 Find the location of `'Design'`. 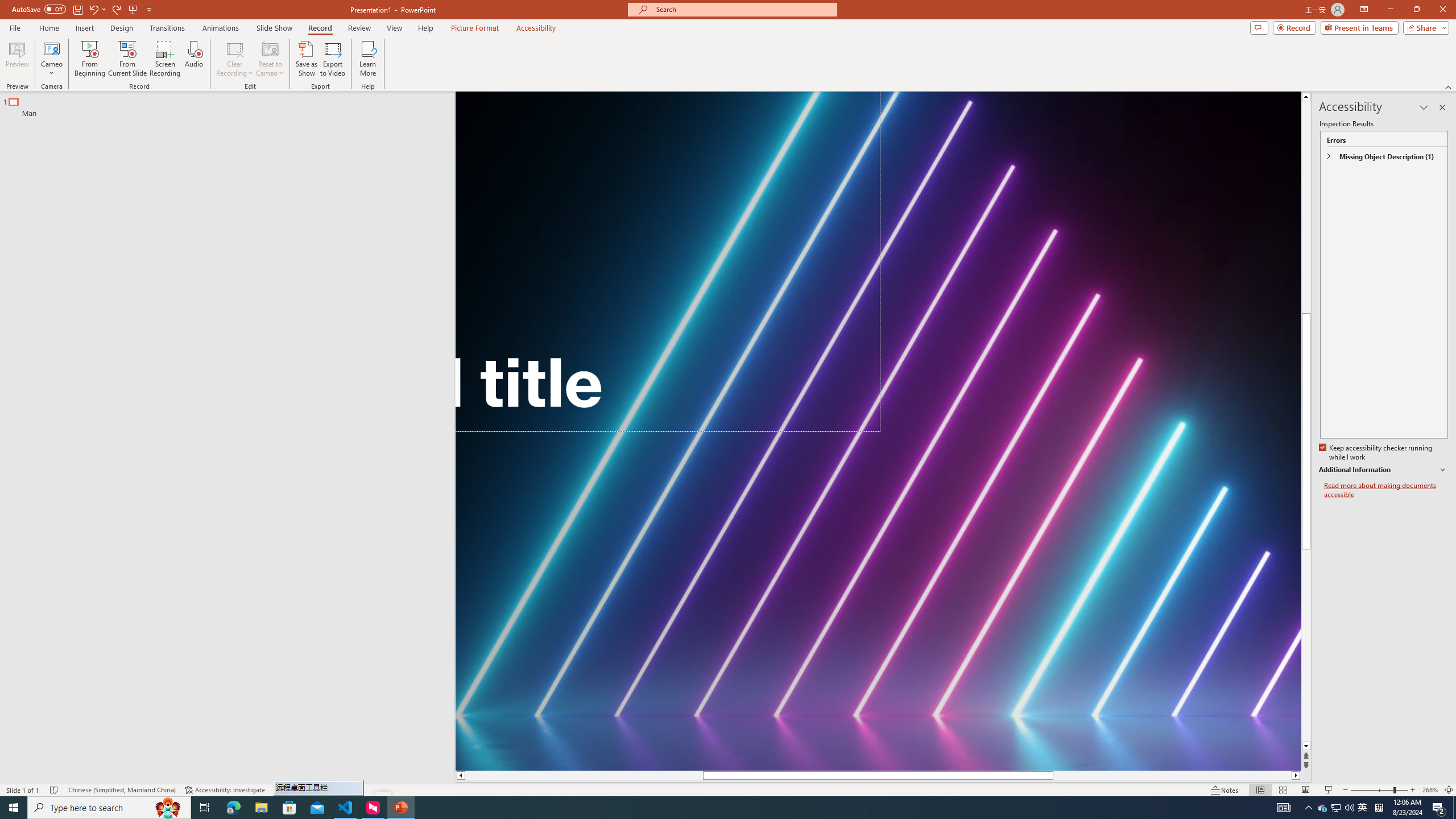

'Design' is located at coordinates (122, 28).